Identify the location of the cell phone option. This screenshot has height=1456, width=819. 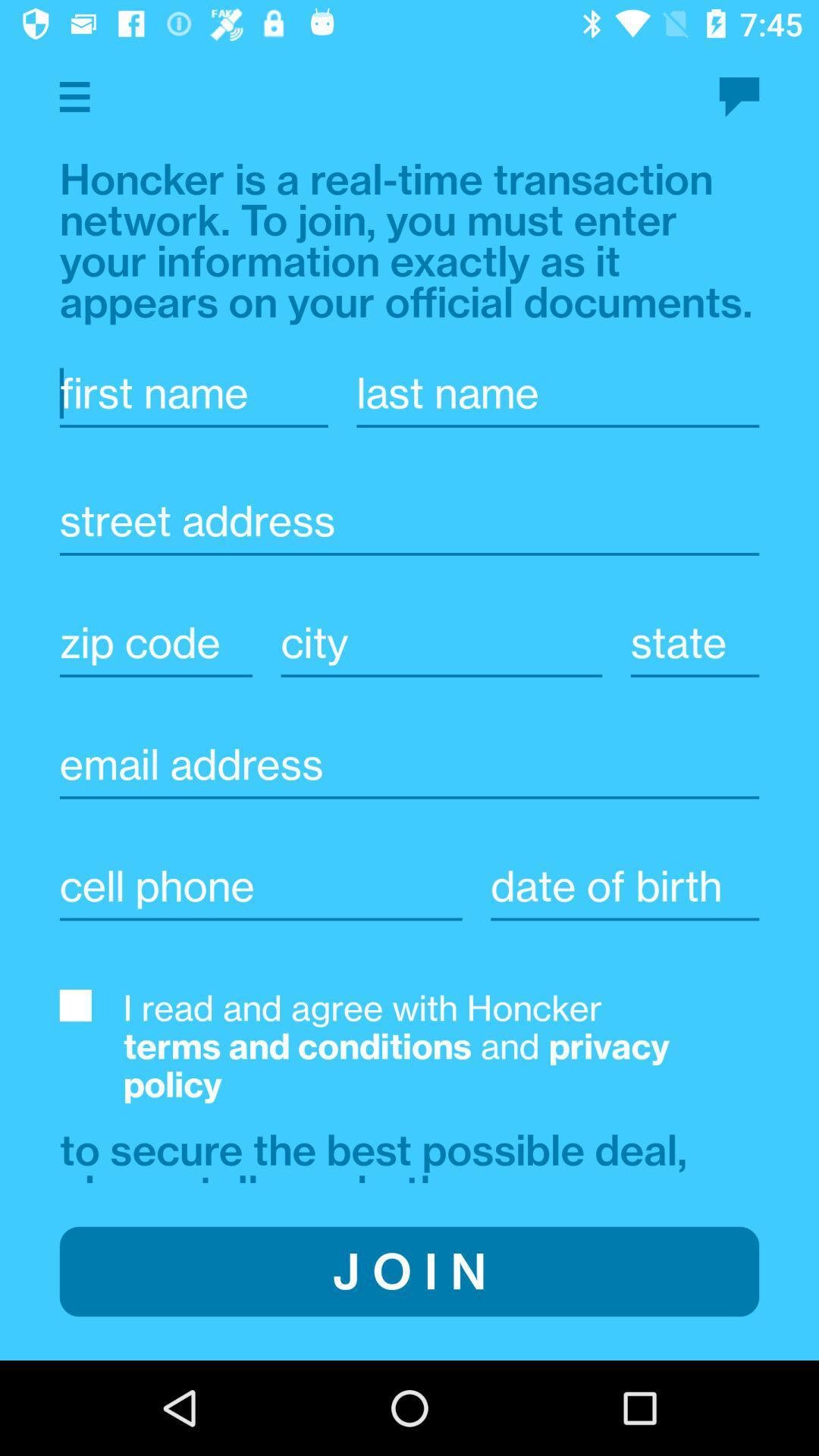
(260, 912).